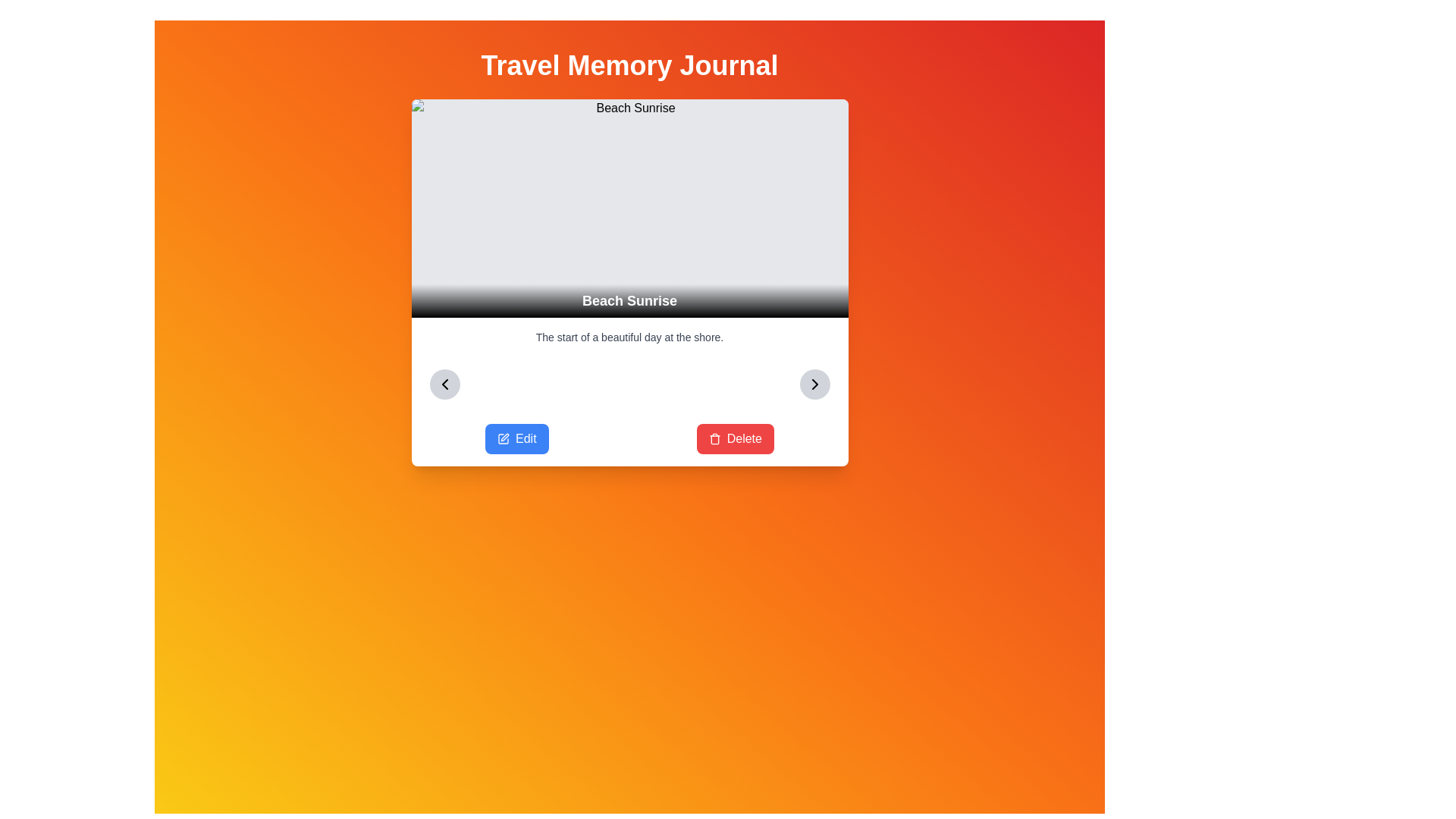 The height and width of the screenshot is (819, 1456). Describe the element at coordinates (714, 438) in the screenshot. I see `the trashcan icon associated with the 'Delete' button located in the bottom-right section of the card interface` at that location.